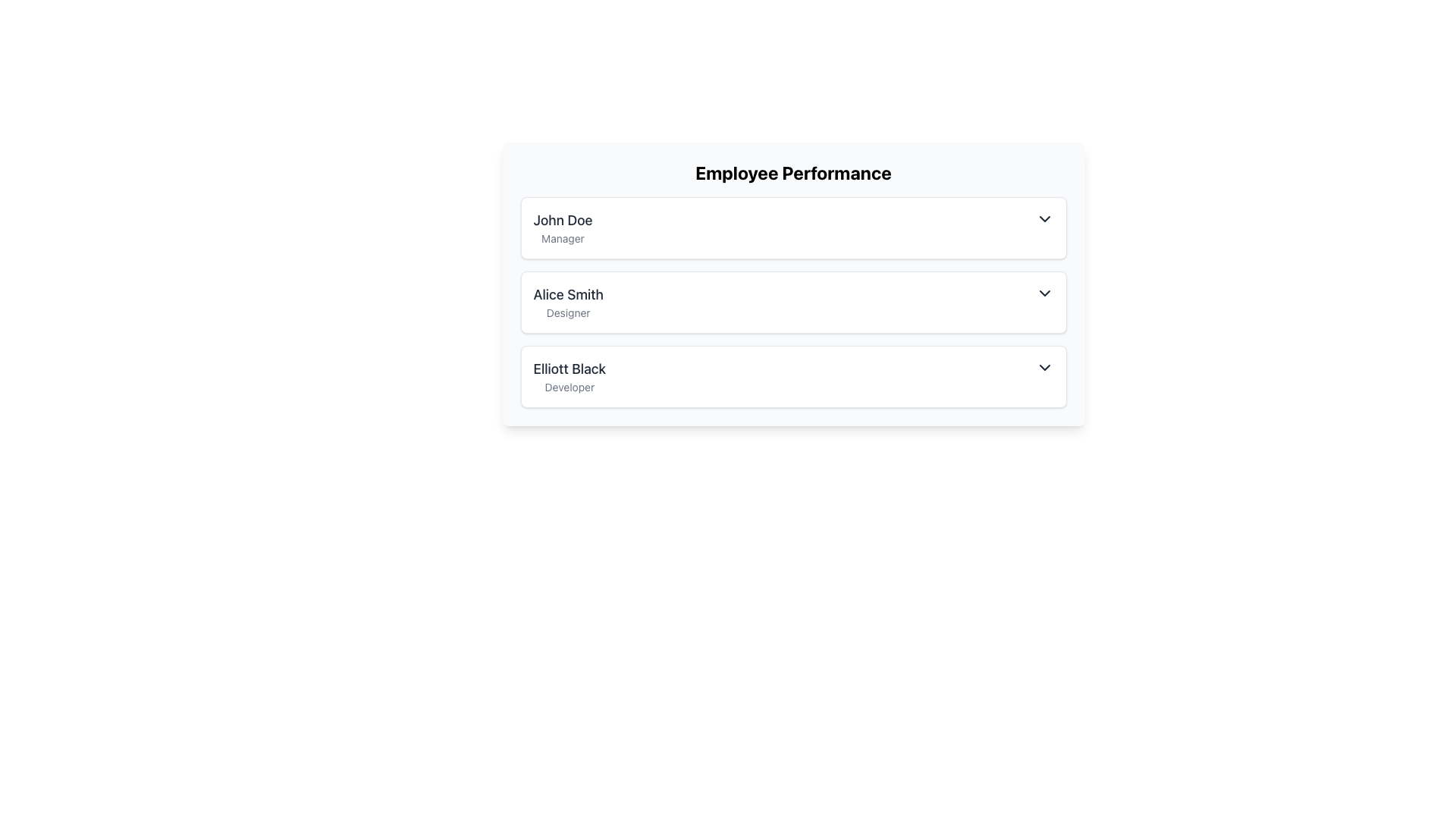 This screenshot has width=1456, height=819. Describe the element at coordinates (567, 302) in the screenshot. I see `the Text Display element that shows 'Alice Smith' as a 'Designer', which is the second item in the employee list` at that location.